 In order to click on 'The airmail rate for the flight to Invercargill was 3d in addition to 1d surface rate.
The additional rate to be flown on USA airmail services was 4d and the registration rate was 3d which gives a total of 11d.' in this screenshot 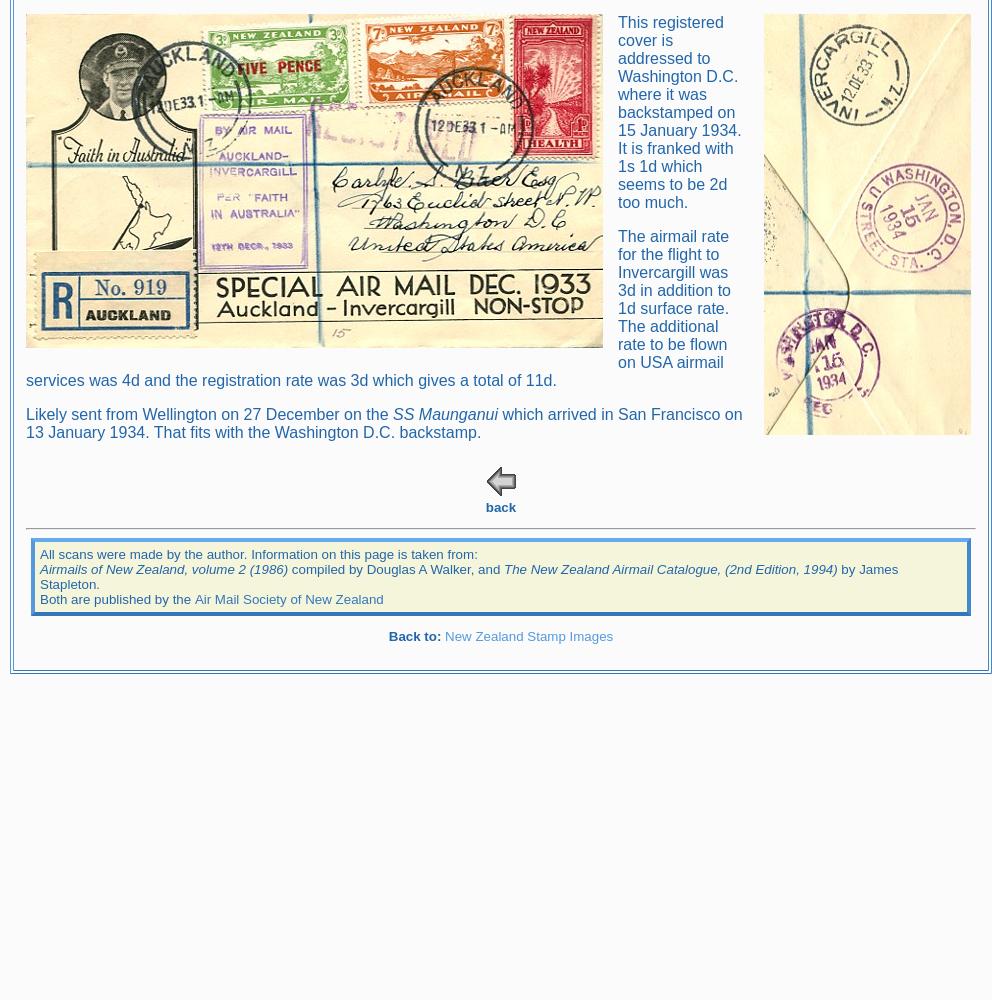, I will do `click(24, 307)`.